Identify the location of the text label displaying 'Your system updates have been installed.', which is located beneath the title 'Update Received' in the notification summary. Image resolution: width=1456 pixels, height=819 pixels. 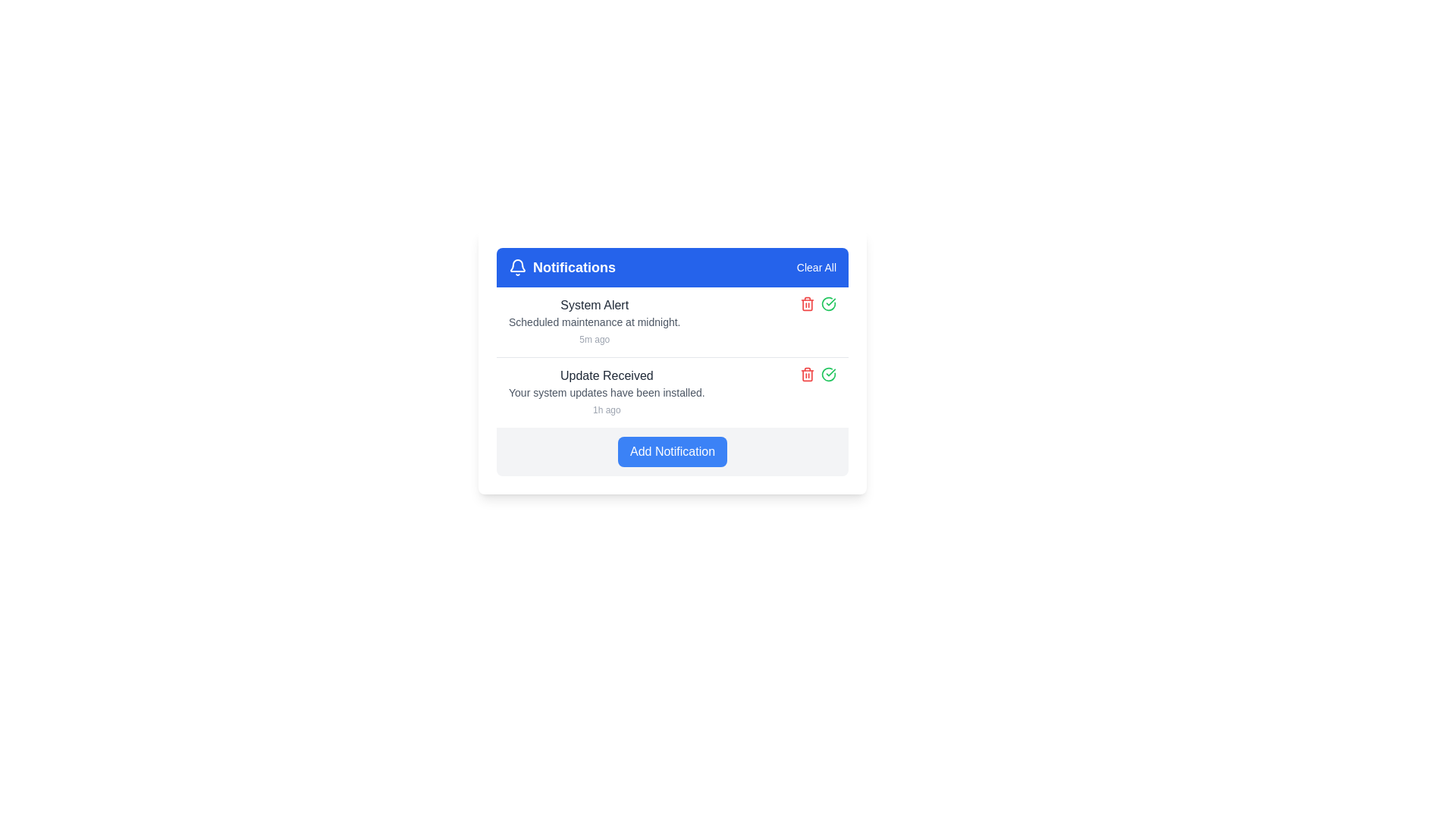
(607, 391).